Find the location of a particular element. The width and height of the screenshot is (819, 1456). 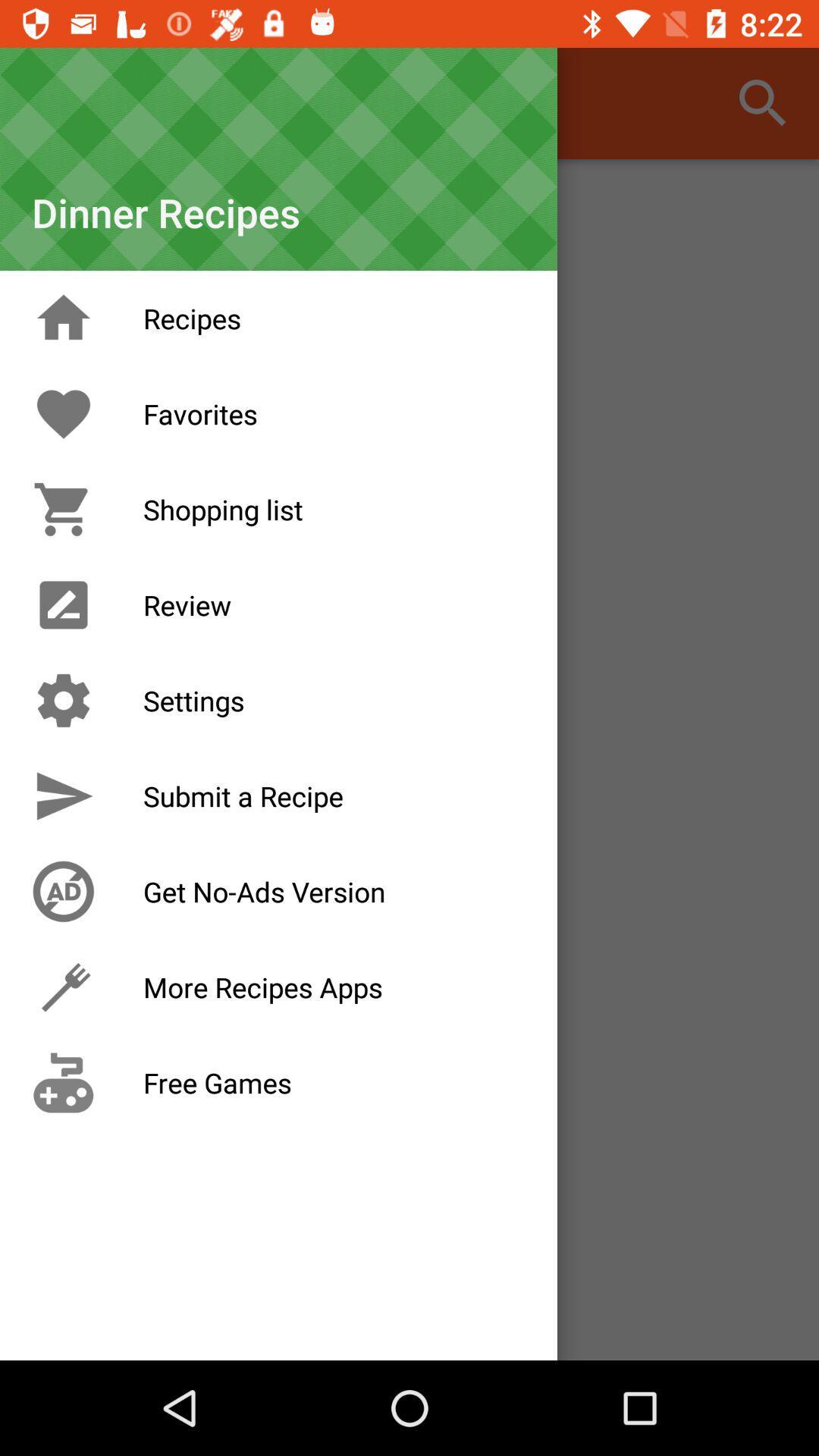

the cart icon is located at coordinates (63, 510).